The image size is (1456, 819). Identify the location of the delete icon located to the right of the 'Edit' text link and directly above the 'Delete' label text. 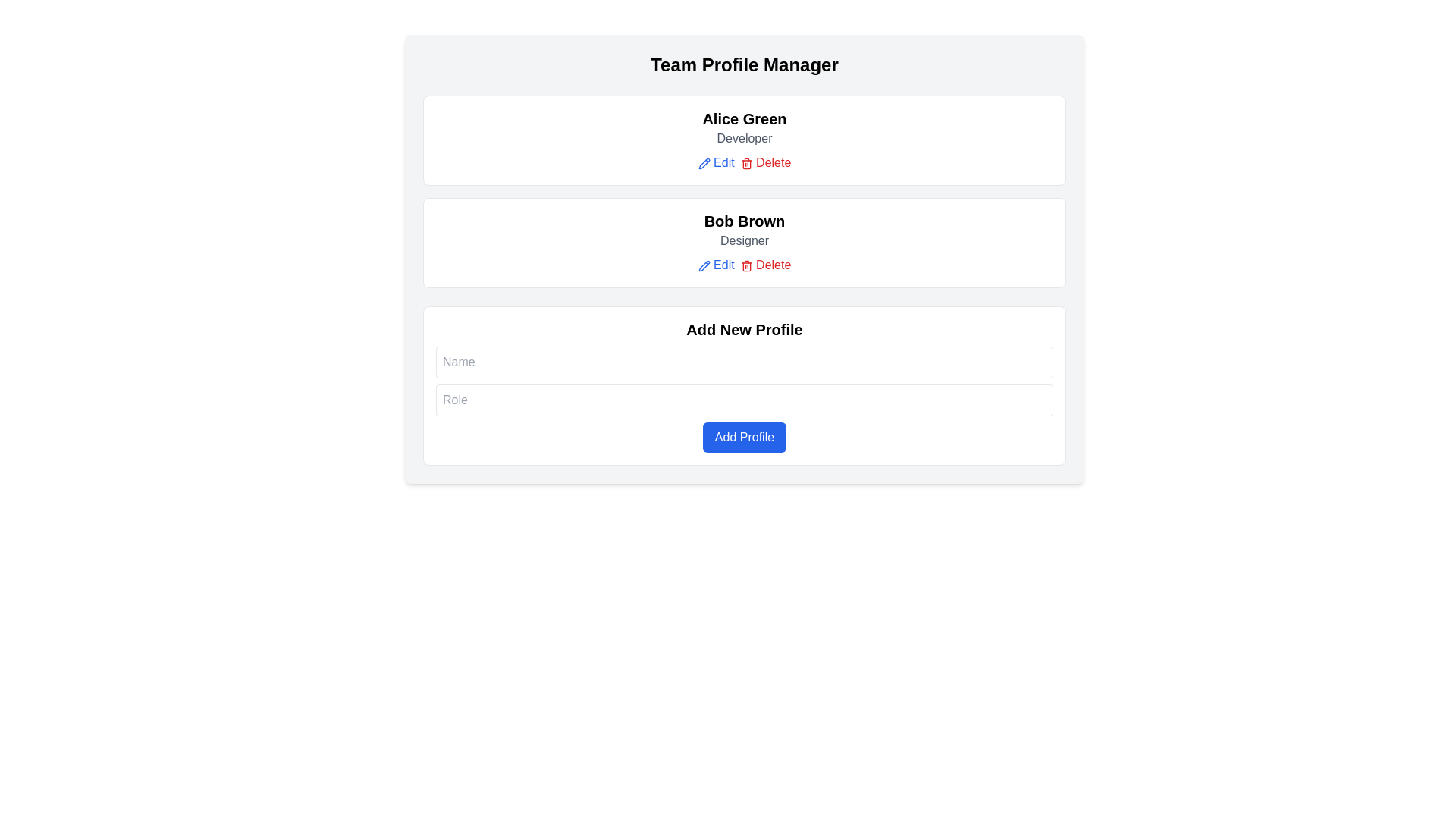
(746, 265).